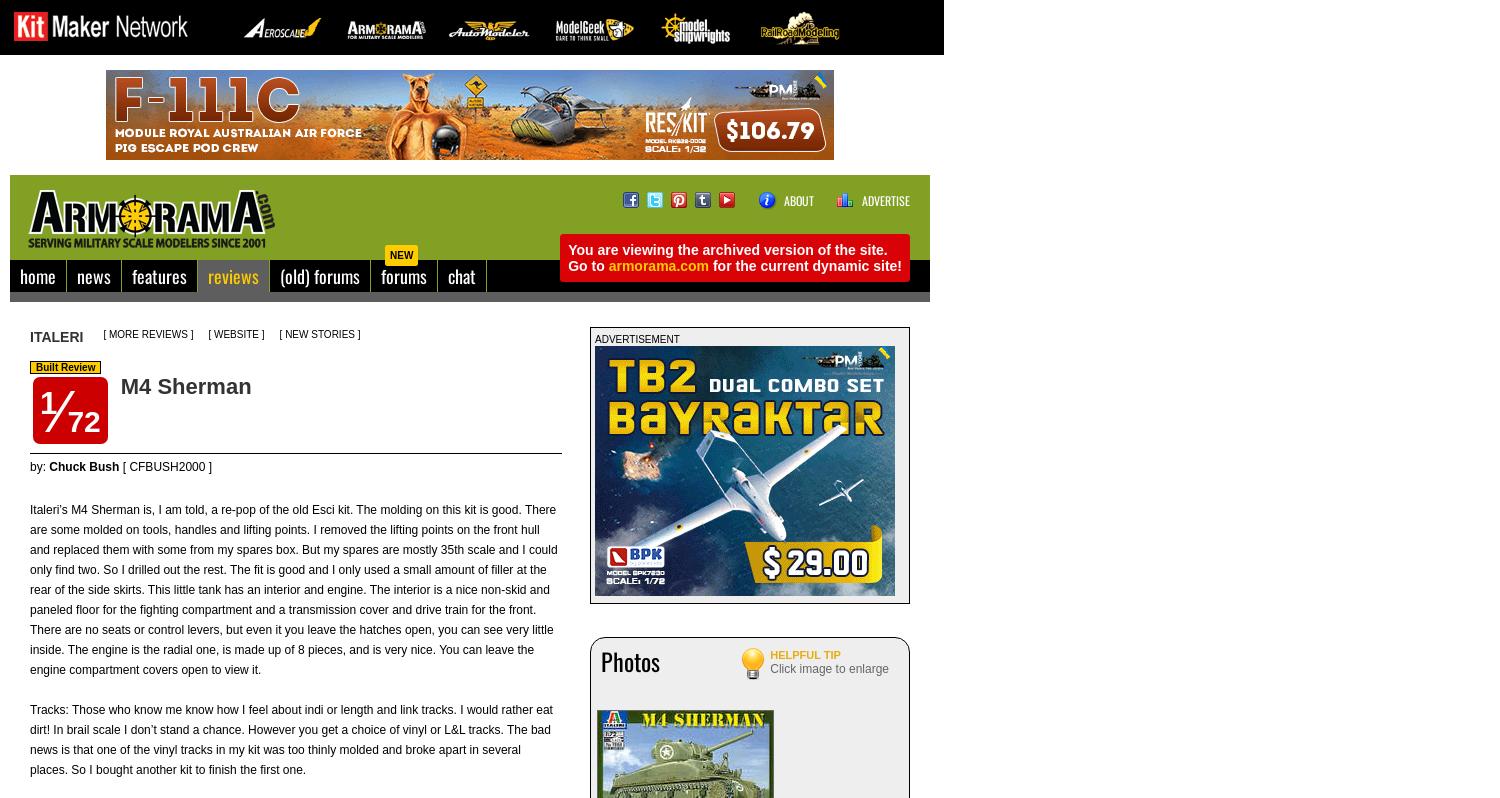  Describe the element at coordinates (293, 588) in the screenshot. I see `'Italeri’s M4 Sherman is, I am told, a re-pop of the old Esci kit. The molding on this kit is good.  There are some molded on tools, handles and lifting points. I removed the lifting points on the front hull and replaced them with some from my spares box. But my spares are mostly 35th scale and I could only find two. So I drilled out the rest. The fit is good and I only used a small amount of filler at the rear of the side skirts. This little tank has an interior and engine. The interior is a nice non-skid and paneled floor for the fighting compartment and a transmission cover and drive train for the front.  There are no seats or control levers, but even it you leave the hatches open, you can see very little inside. The engine is the radial one, is made up of 8 pieces, and is very nice.  You can leave the engine compartment covers open to view it.'` at that location.